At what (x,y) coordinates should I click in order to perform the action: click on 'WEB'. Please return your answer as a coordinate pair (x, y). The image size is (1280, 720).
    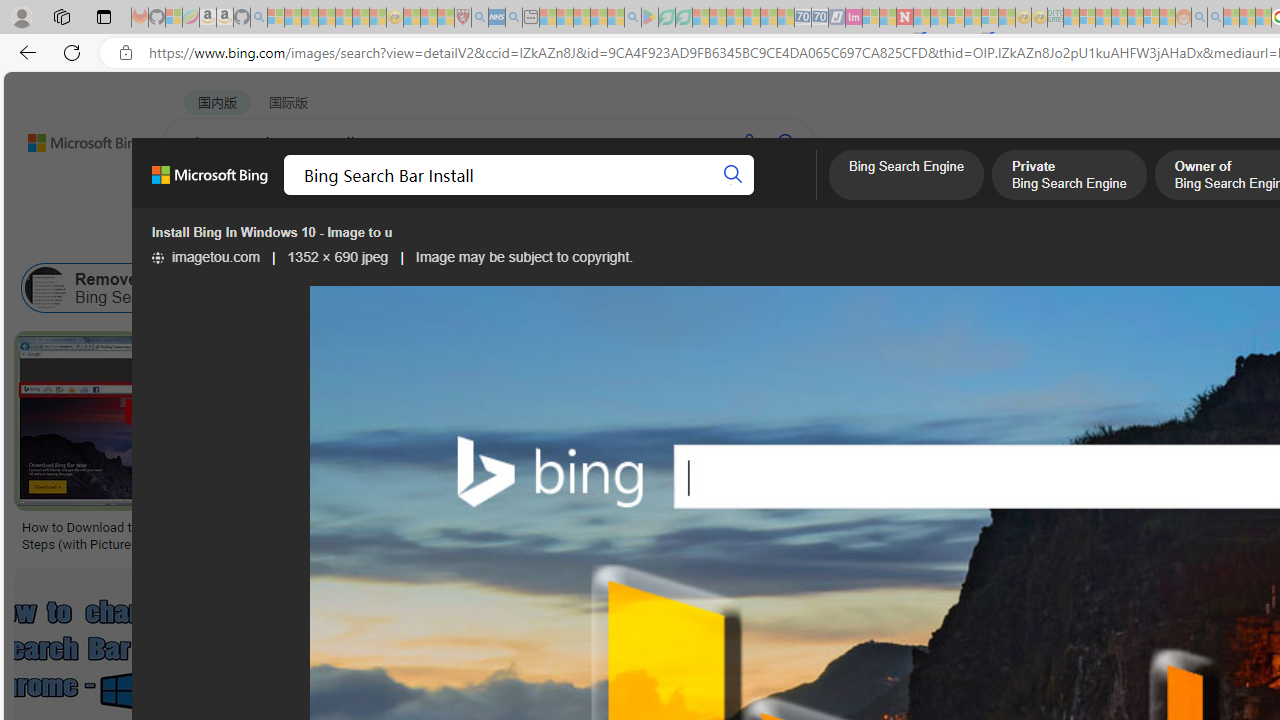
    Looking at the image, I should click on (201, 195).